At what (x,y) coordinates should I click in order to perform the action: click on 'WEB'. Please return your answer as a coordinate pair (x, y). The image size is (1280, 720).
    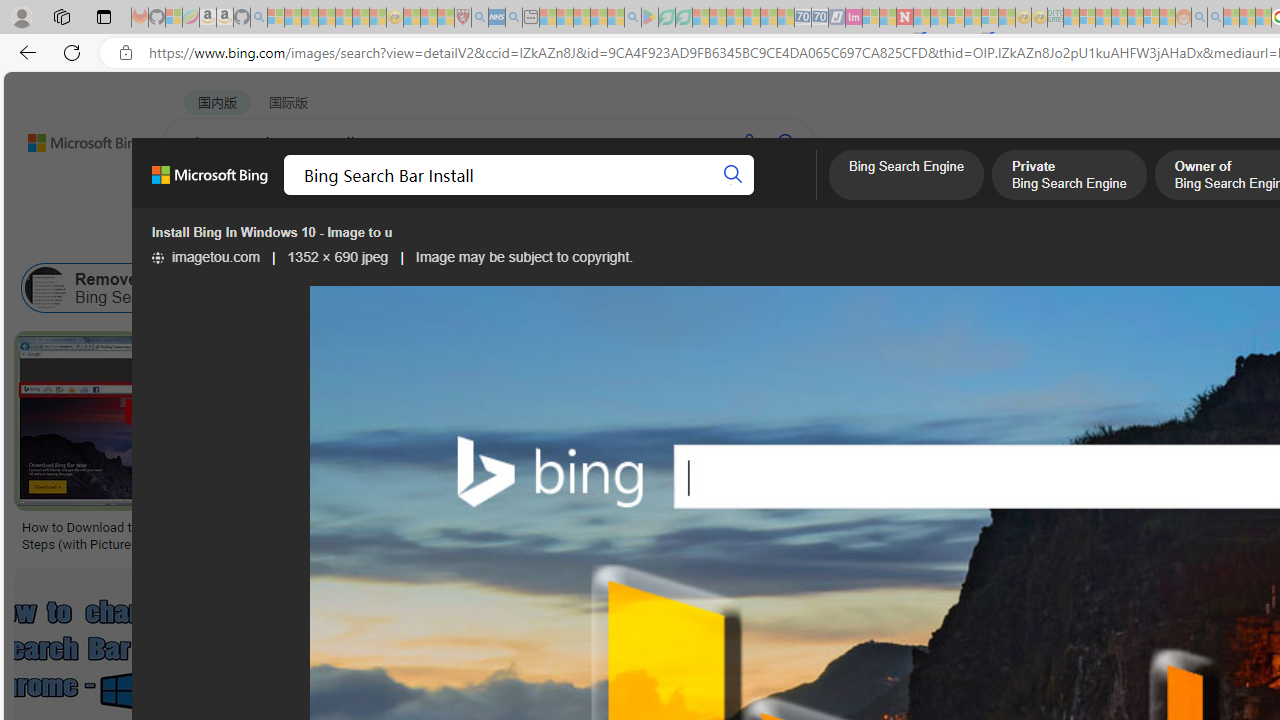
    Looking at the image, I should click on (201, 195).